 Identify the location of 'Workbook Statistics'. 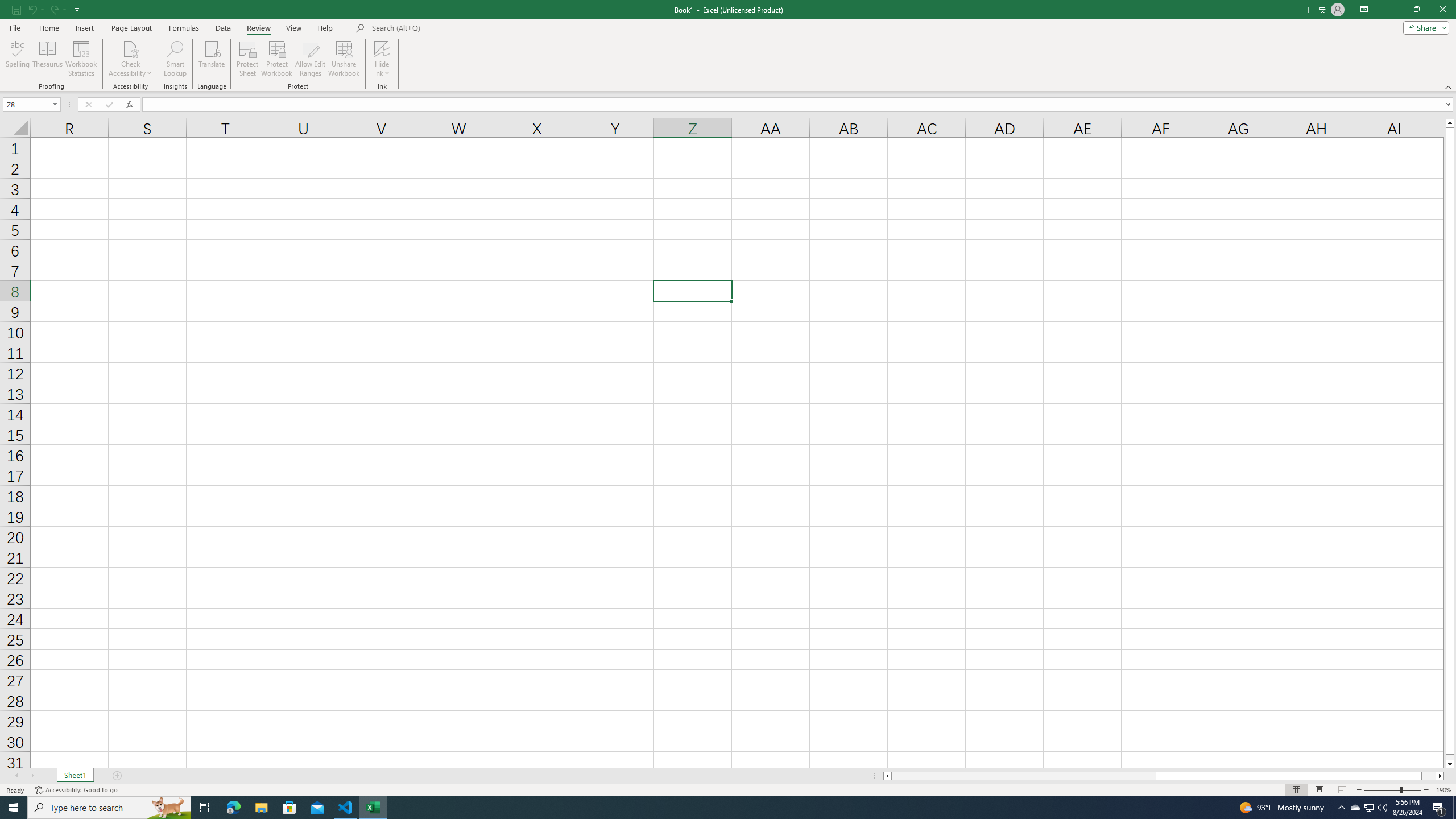
(81, 59).